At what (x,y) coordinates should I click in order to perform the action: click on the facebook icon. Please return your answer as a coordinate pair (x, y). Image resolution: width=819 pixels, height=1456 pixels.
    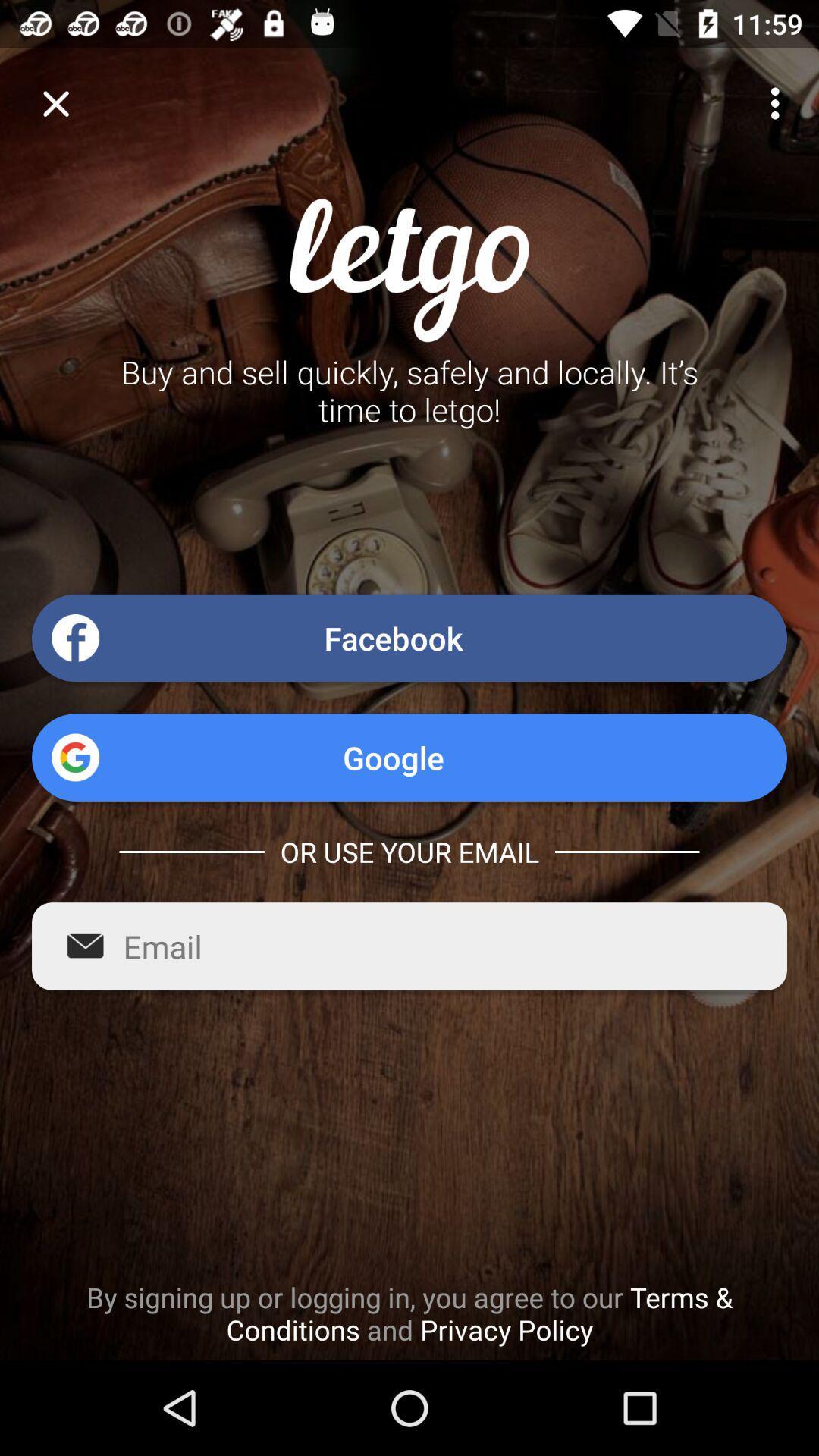
    Looking at the image, I should click on (409, 638).